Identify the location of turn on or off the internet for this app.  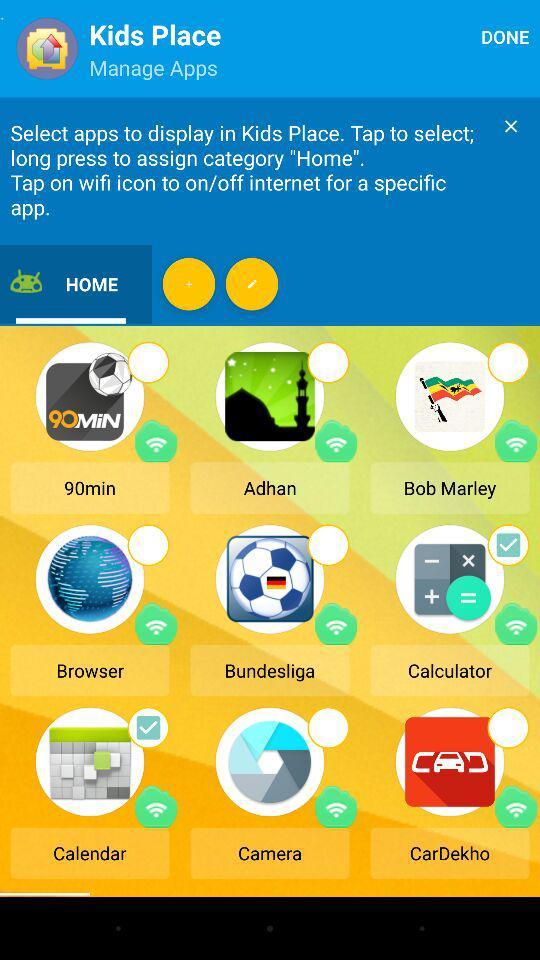
(336, 441).